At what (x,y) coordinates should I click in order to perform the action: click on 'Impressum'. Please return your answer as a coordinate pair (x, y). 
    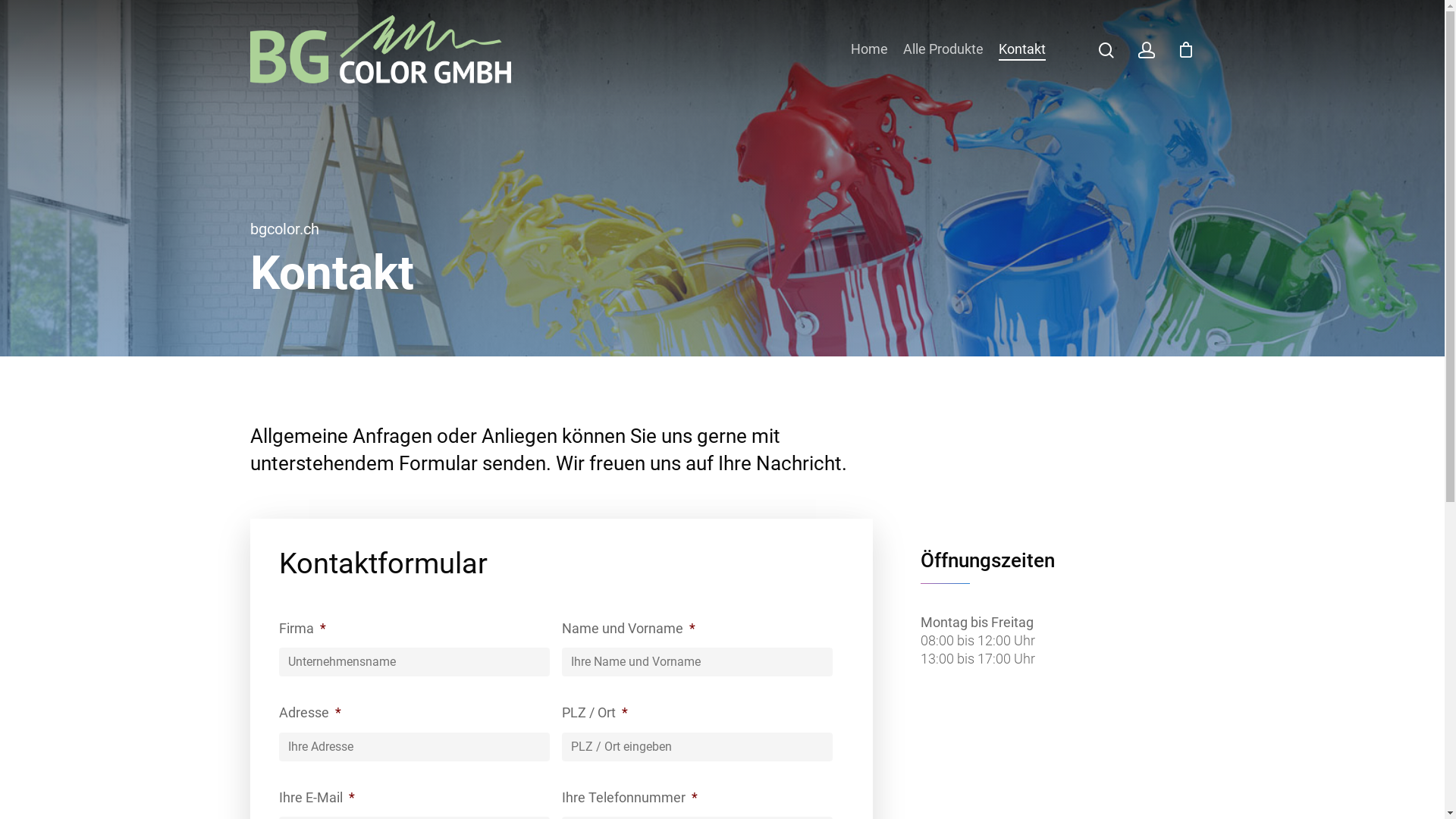
    Looking at the image, I should click on (1043, 629).